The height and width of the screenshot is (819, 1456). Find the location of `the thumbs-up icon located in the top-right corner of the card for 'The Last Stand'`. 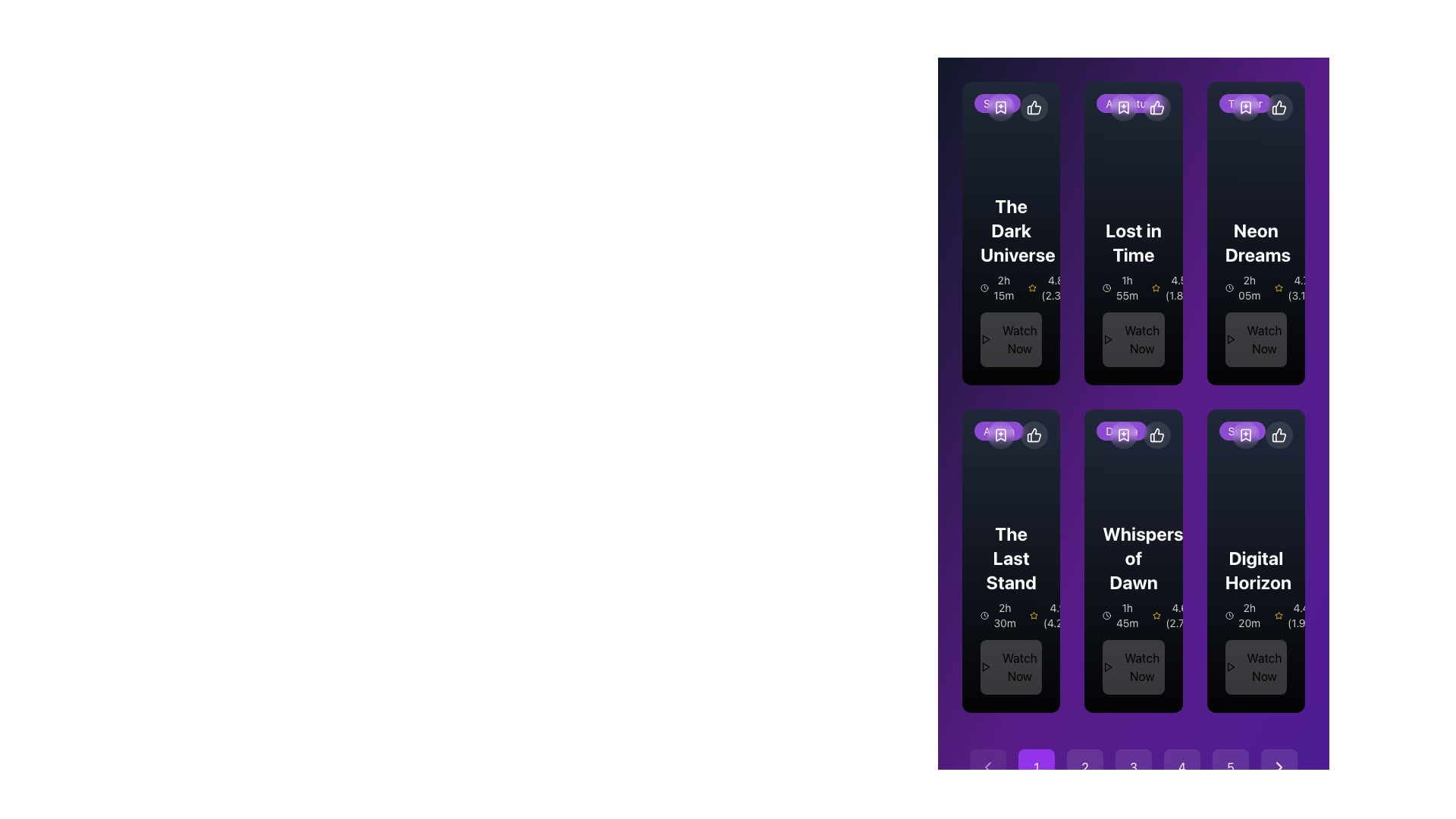

the thumbs-up icon located in the top-right corner of the card for 'The Last Stand' is located at coordinates (1034, 435).